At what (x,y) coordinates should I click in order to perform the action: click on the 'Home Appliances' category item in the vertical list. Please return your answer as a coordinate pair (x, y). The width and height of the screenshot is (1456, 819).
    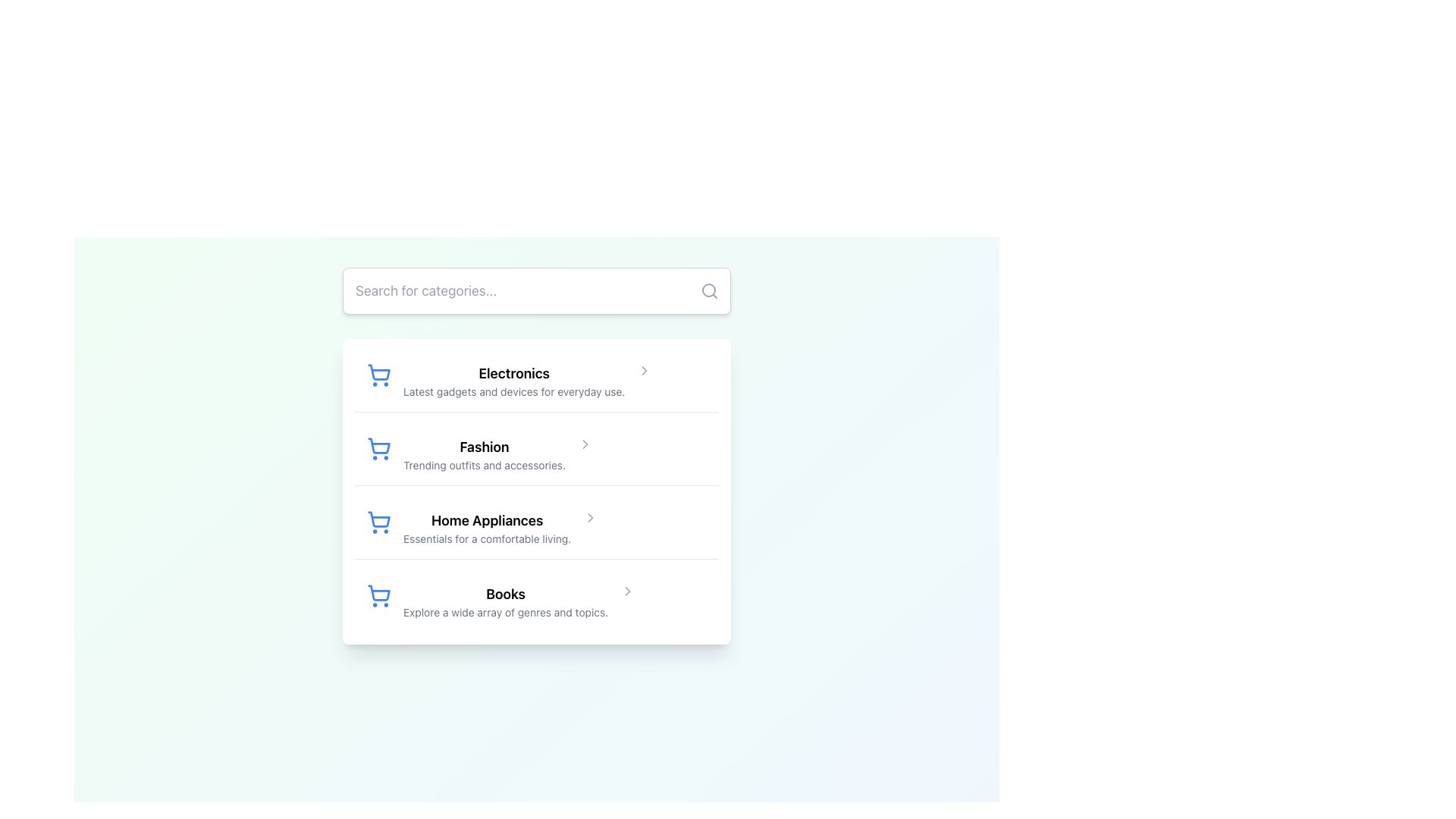
    Looking at the image, I should click on (537, 528).